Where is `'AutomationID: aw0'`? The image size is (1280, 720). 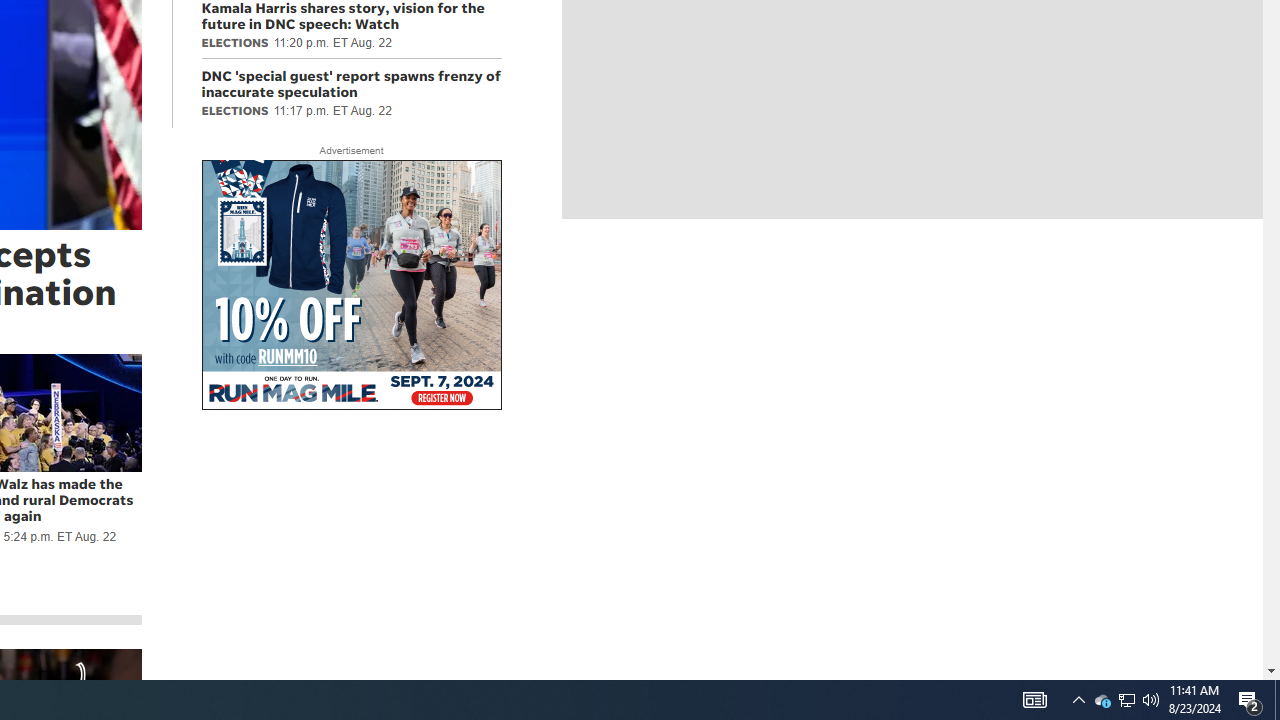
'AutomationID: aw0' is located at coordinates (351, 286).